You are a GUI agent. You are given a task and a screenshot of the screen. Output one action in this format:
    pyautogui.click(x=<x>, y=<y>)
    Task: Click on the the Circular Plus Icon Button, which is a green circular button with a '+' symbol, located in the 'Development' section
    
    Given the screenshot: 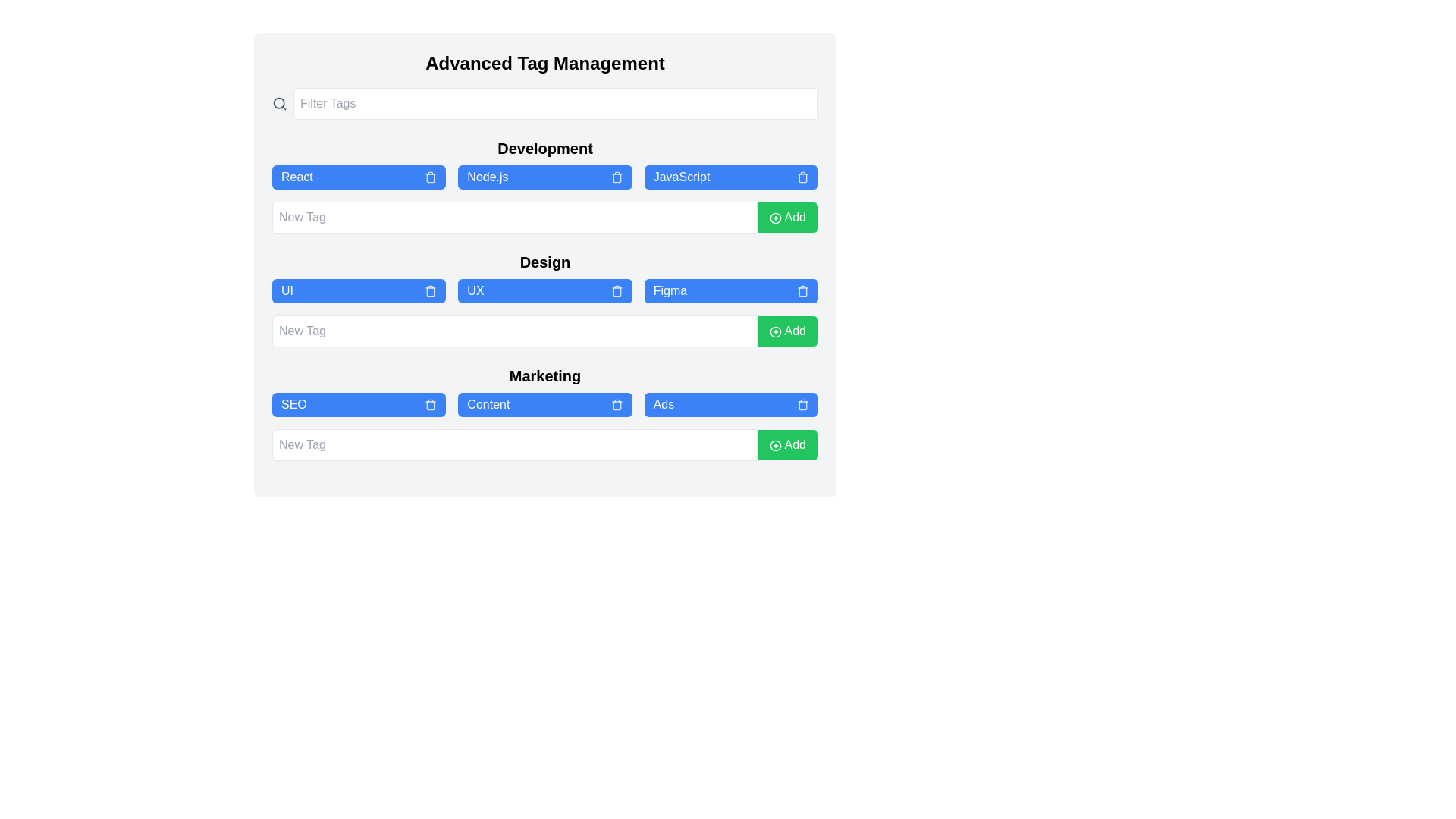 What is the action you would take?
    pyautogui.click(x=775, y=218)
    